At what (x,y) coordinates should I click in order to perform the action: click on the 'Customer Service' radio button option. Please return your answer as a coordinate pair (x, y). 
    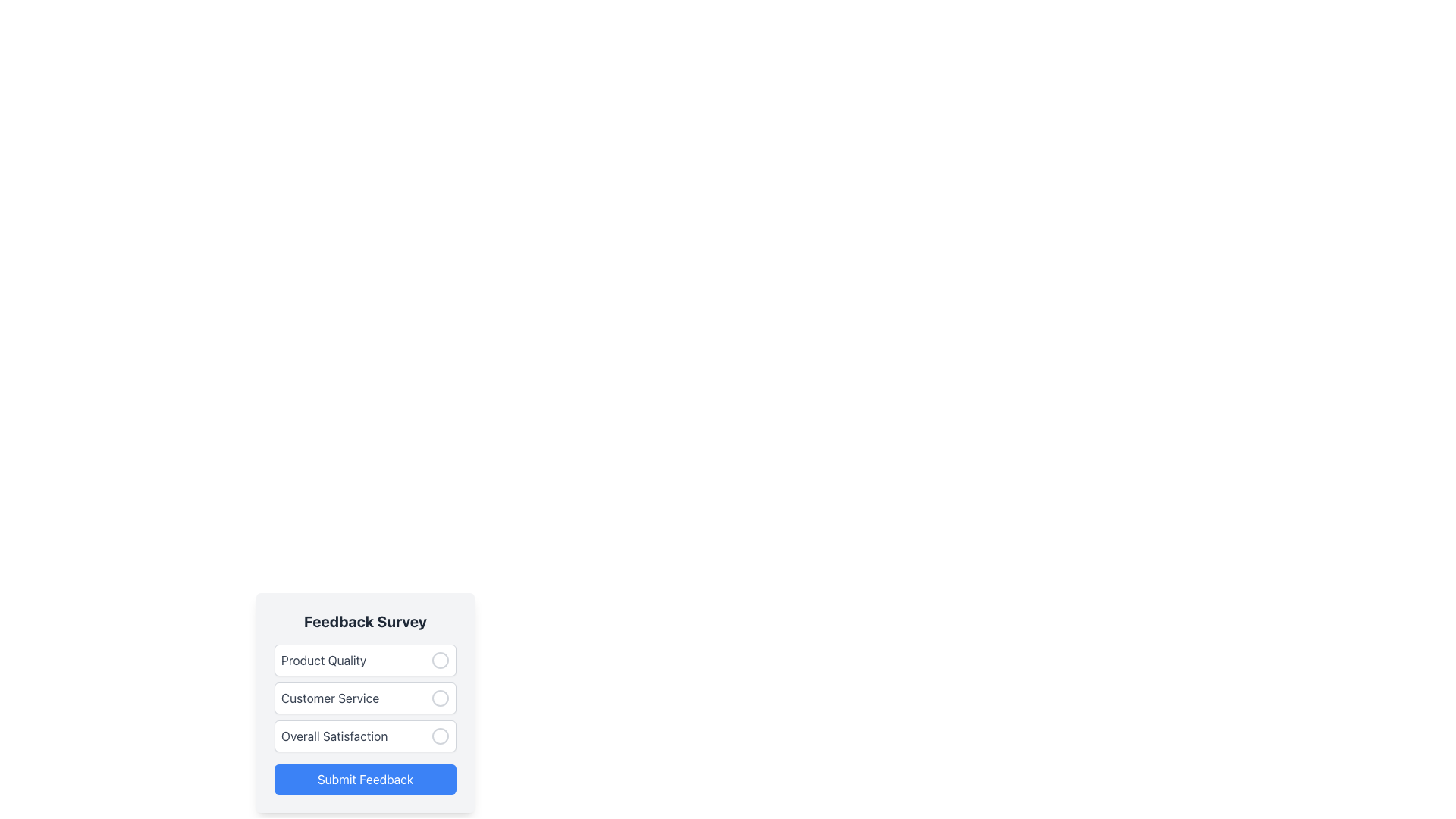
    Looking at the image, I should click on (365, 698).